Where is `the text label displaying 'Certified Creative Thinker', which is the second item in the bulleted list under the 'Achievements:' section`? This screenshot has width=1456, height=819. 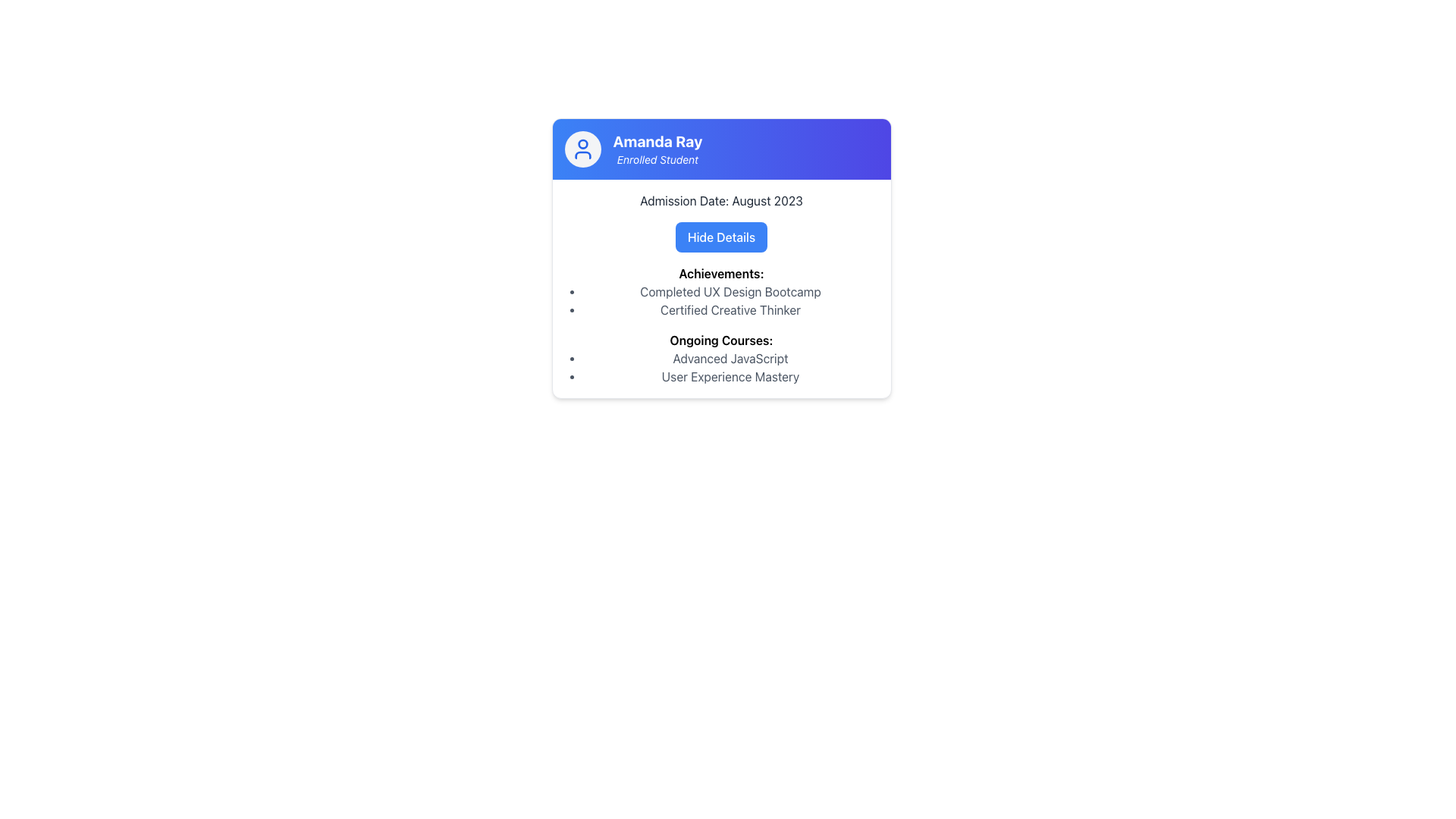 the text label displaying 'Certified Creative Thinker', which is the second item in the bulleted list under the 'Achievements:' section is located at coordinates (730, 309).